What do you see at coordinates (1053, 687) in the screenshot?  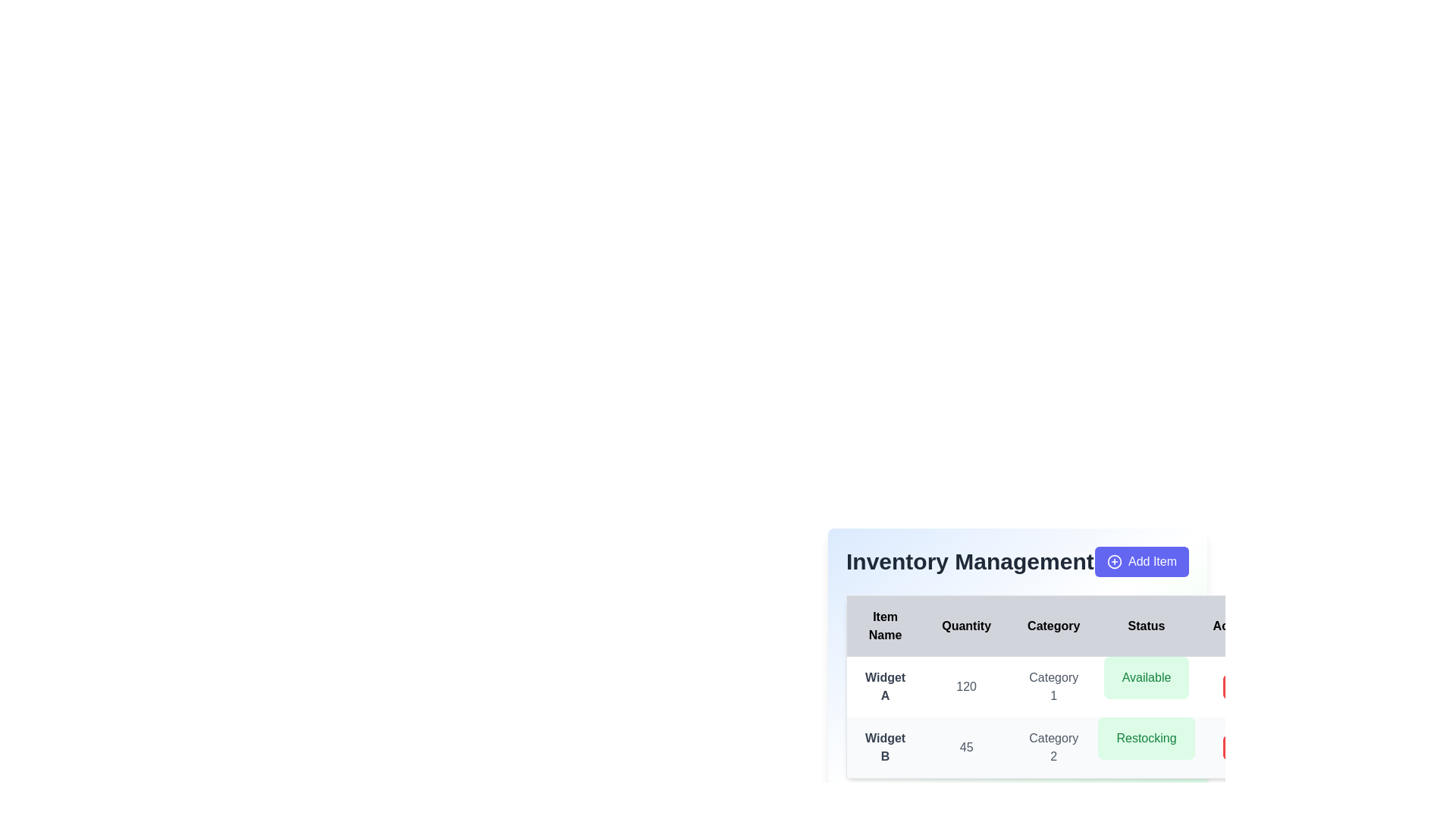 I see `the 'Category 1' text label displayed in gray font within the data table's first row, third column, adjacent to the '120' quantity and 'Available' status cells` at bounding box center [1053, 687].